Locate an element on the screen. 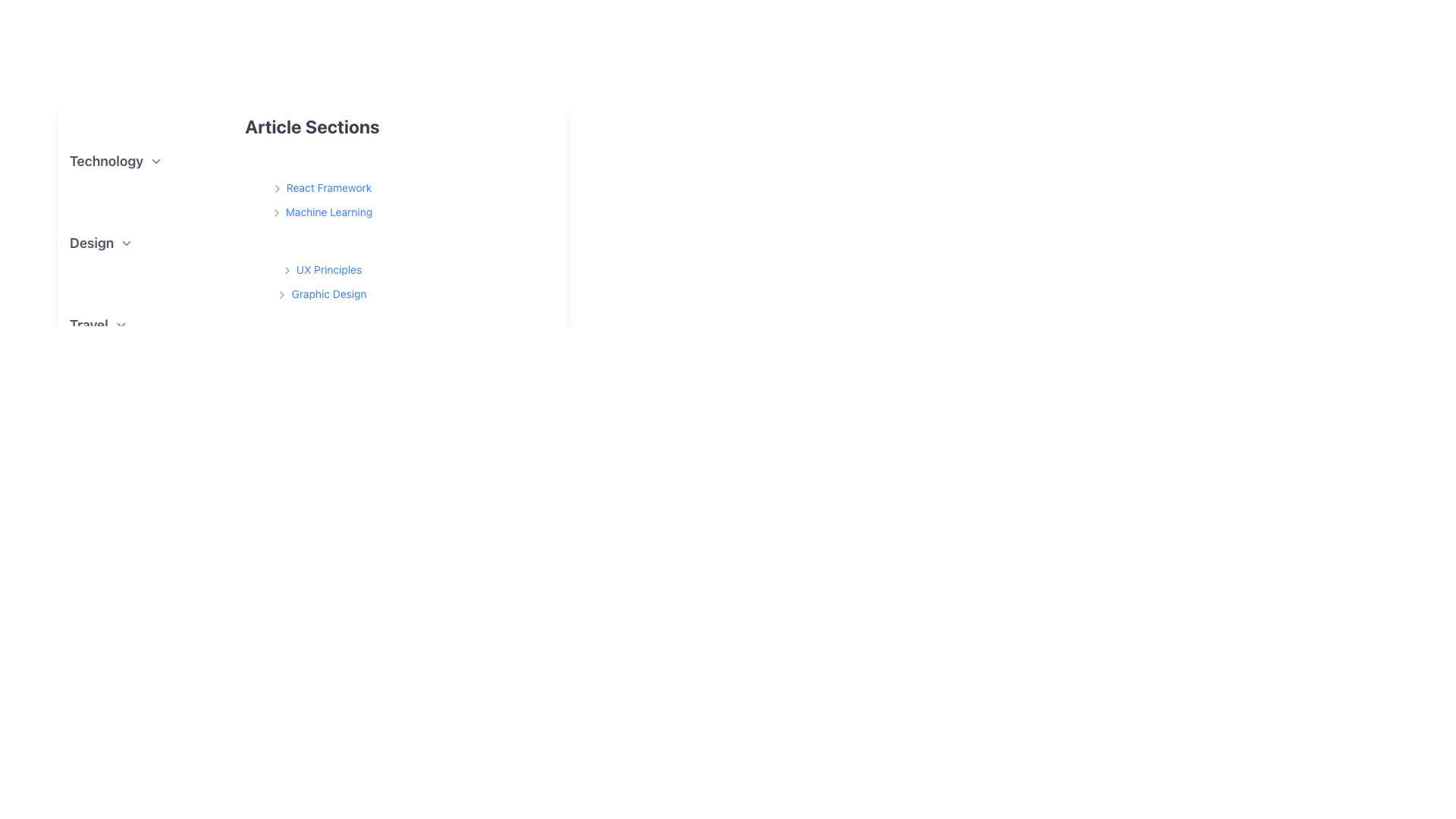 This screenshot has width=1456, height=819. the dropdown indicator icon associated with the 'Technology' category is located at coordinates (156, 161).